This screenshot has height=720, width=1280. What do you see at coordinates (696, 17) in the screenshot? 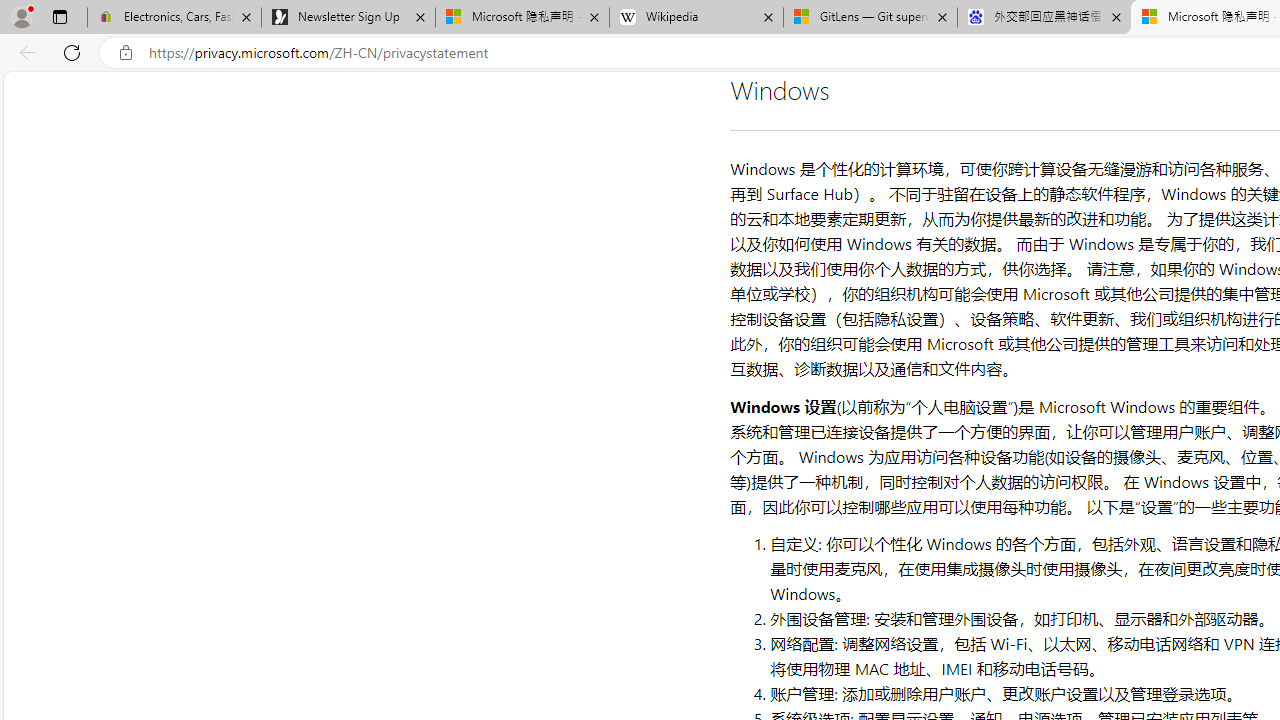
I see `'Wikipedia'` at bounding box center [696, 17].